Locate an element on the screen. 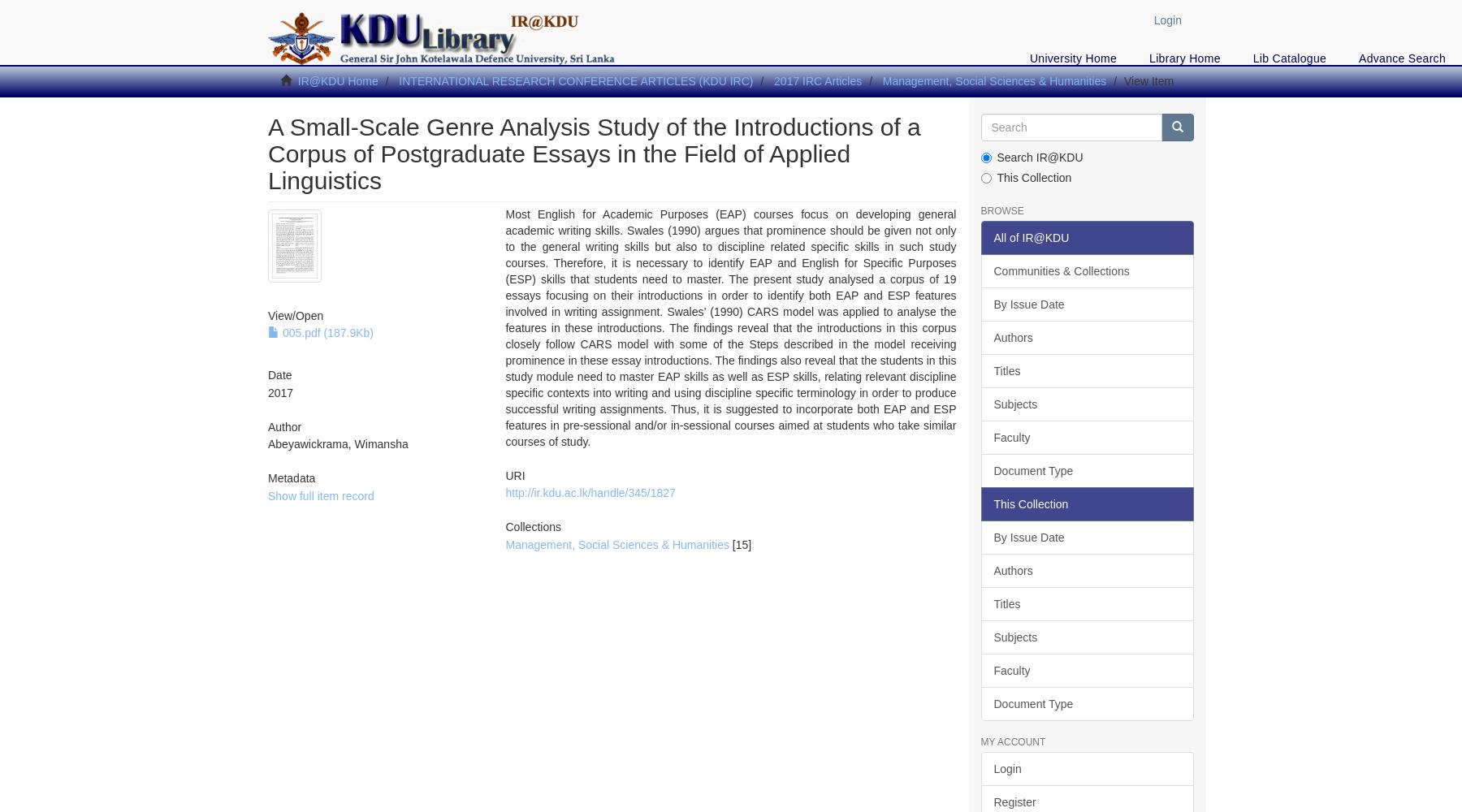  'http://ir.kdu.ac.lk/handle/345/1827' is located at coordinates (589, 492).